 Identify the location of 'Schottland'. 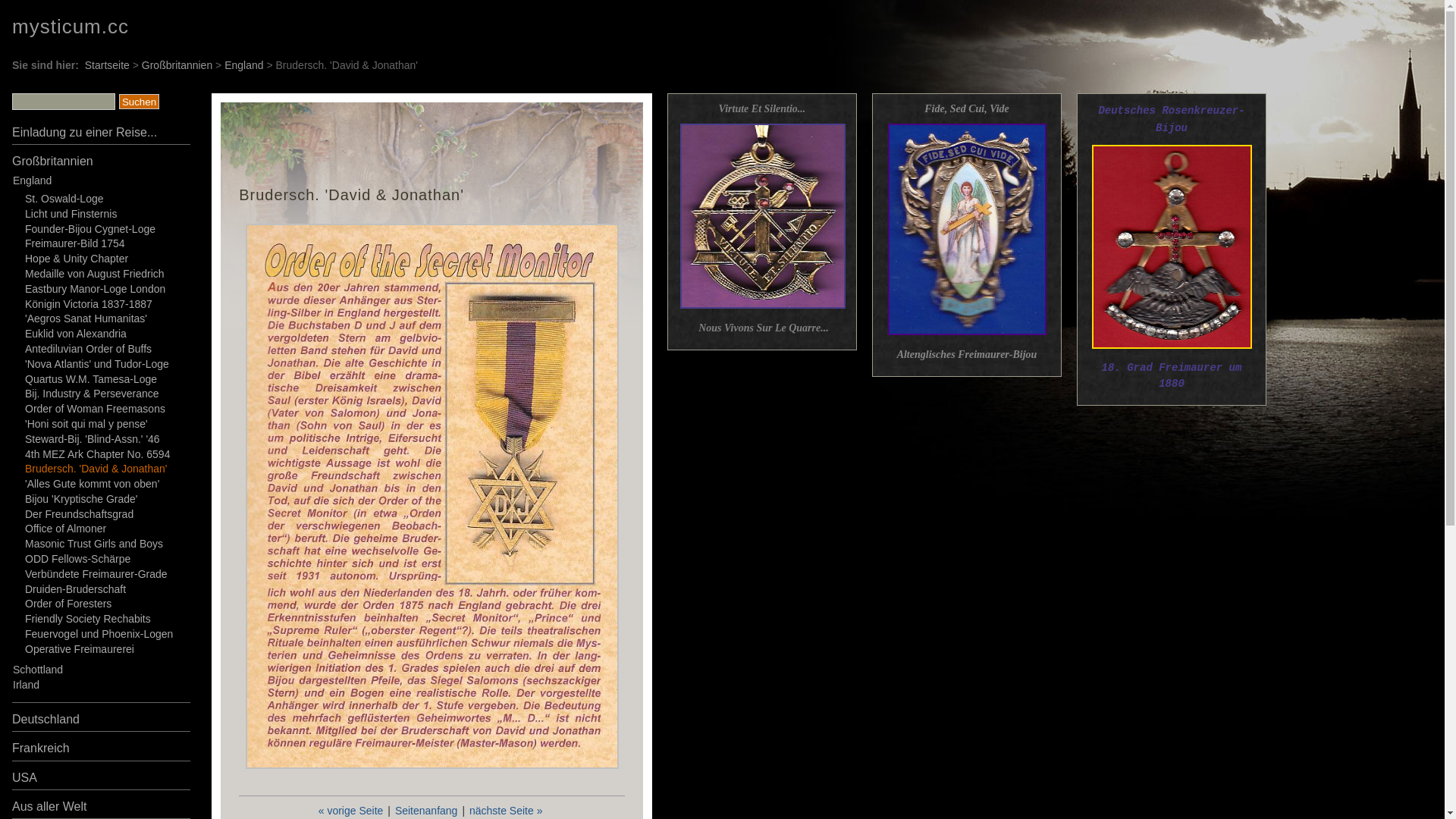
(37, 669).